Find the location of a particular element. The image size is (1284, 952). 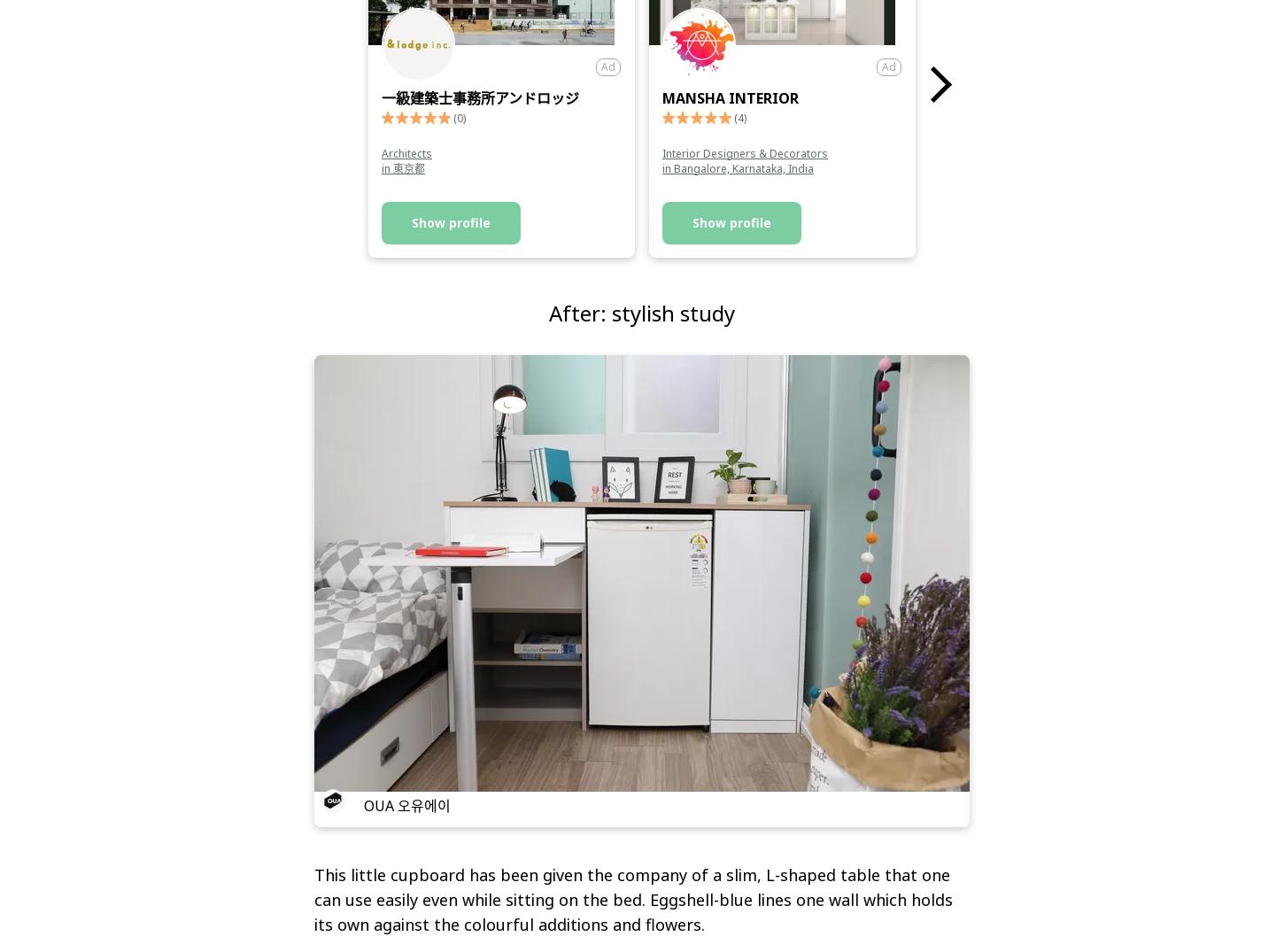

'After: stylish study' is located at coordinates (642, 313).